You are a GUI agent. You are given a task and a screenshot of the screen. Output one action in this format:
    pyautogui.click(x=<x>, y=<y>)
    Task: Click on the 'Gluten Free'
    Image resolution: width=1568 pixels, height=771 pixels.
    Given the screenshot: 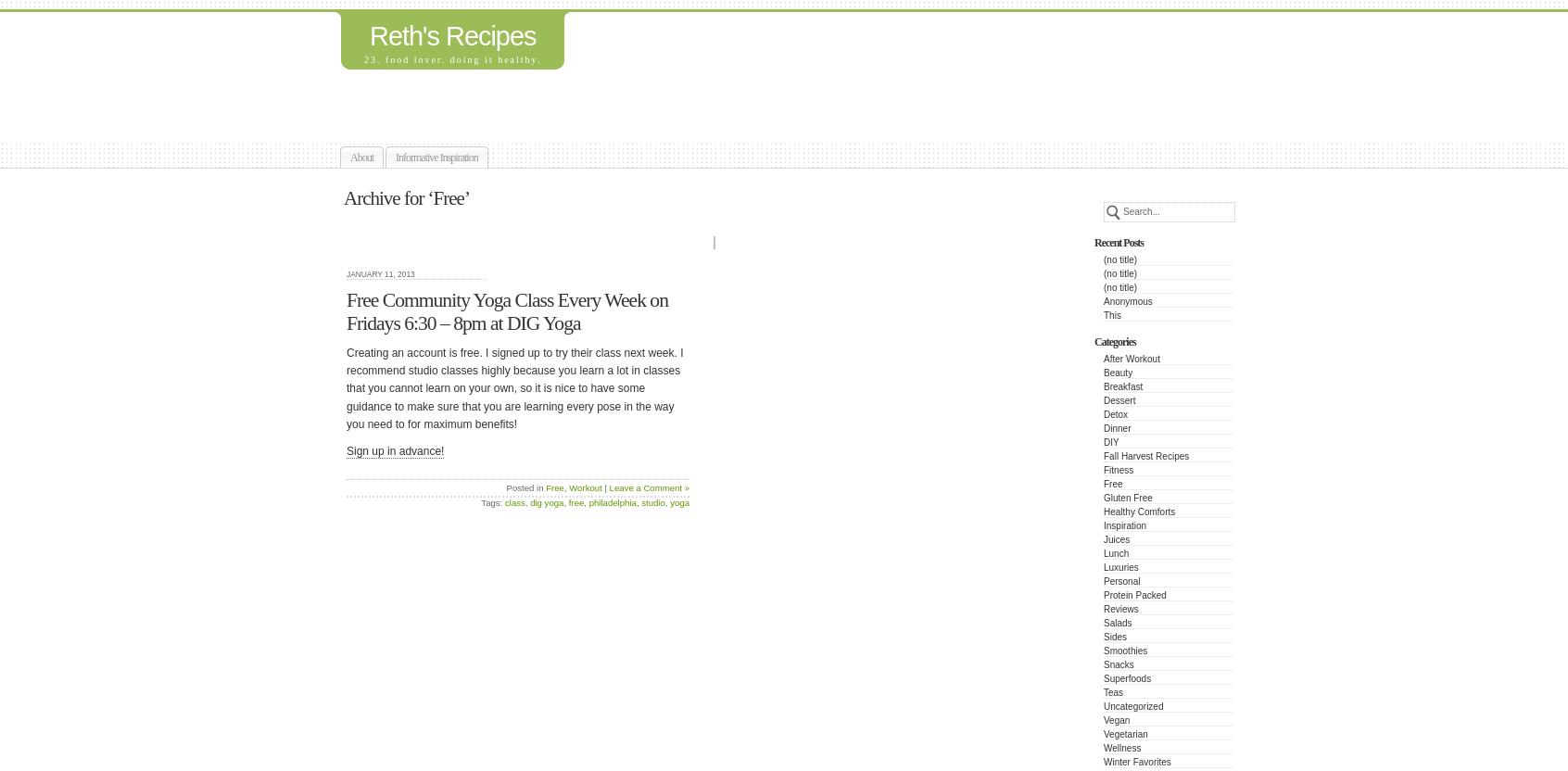 What is the action you would take?
    pyautogui.click(x=1128, y=498)
    